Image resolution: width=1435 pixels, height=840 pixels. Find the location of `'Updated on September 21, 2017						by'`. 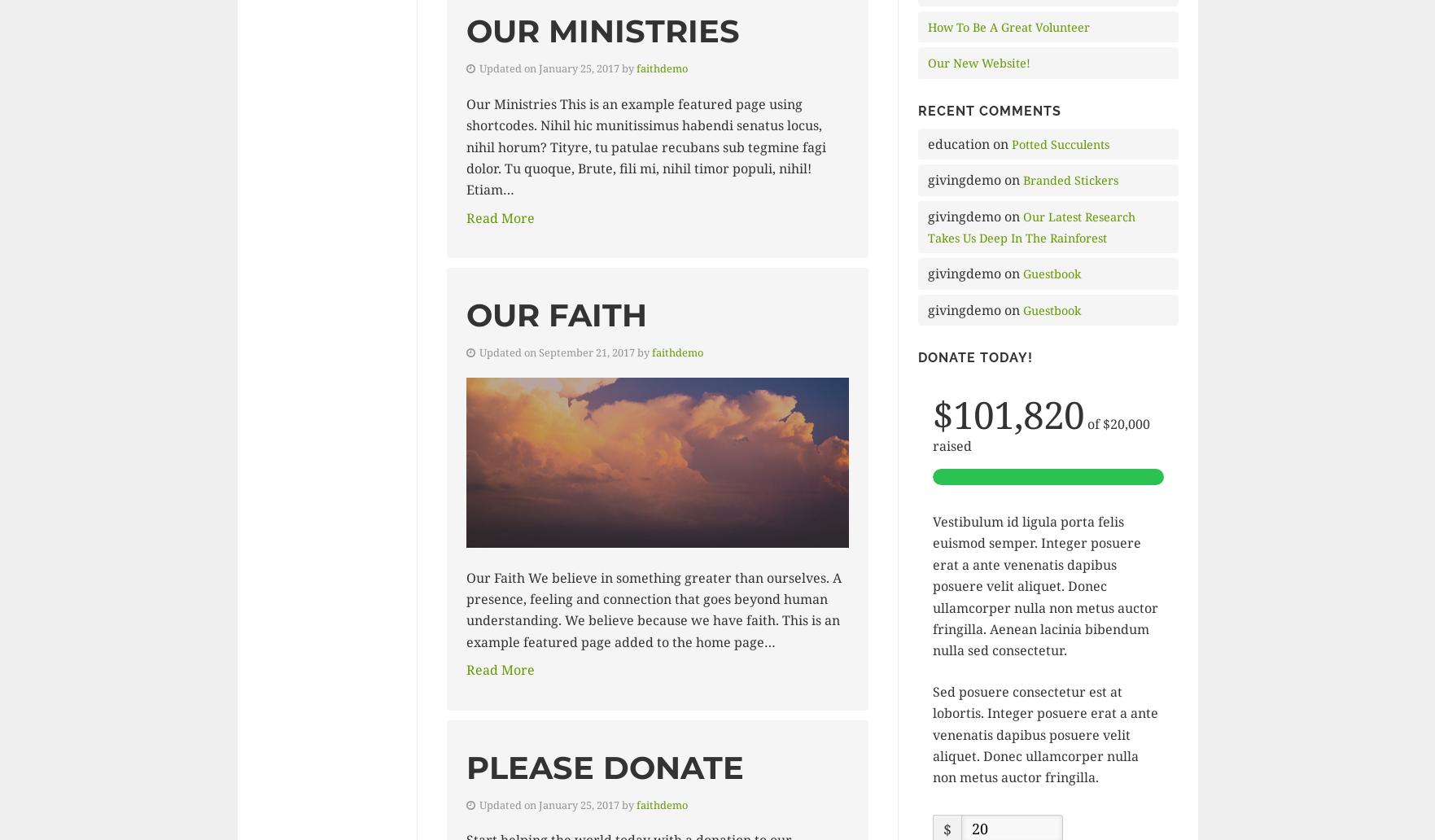

'Updated on September 21, 2017						by' is located at coordinates (563, 352).